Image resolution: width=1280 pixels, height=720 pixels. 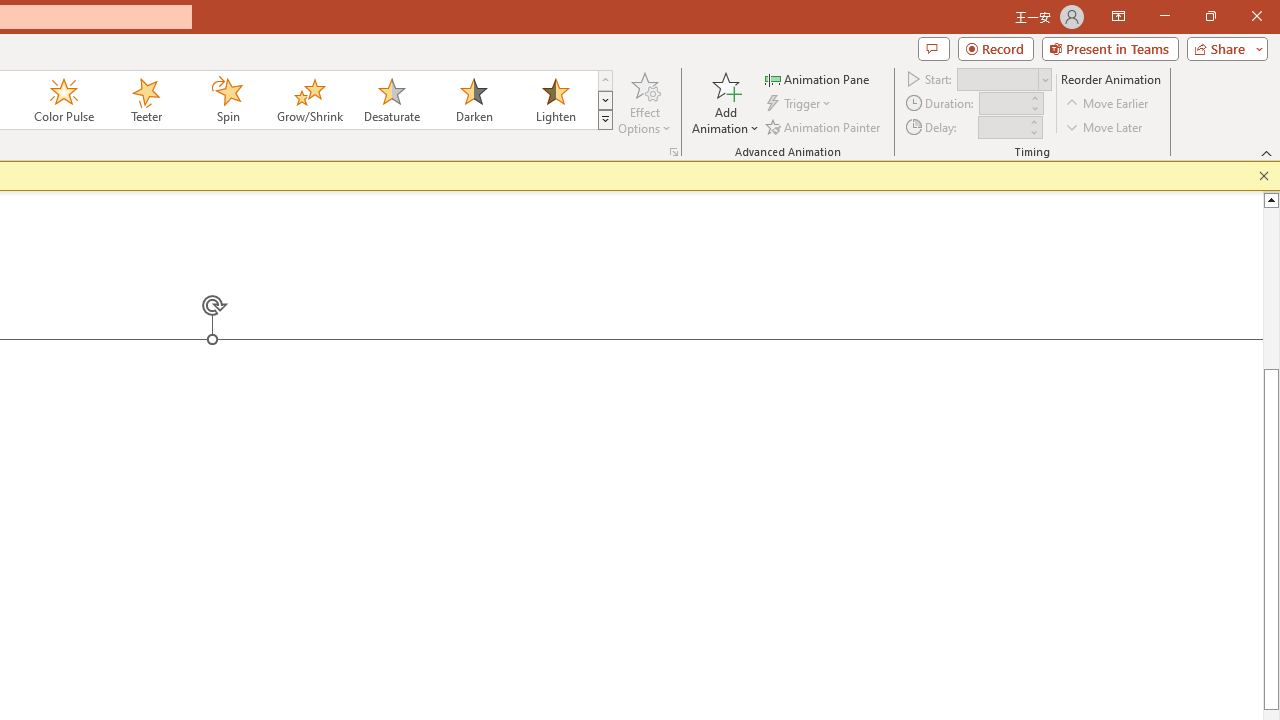 I want to click on 'Teeter', so click(x=144, y=100).